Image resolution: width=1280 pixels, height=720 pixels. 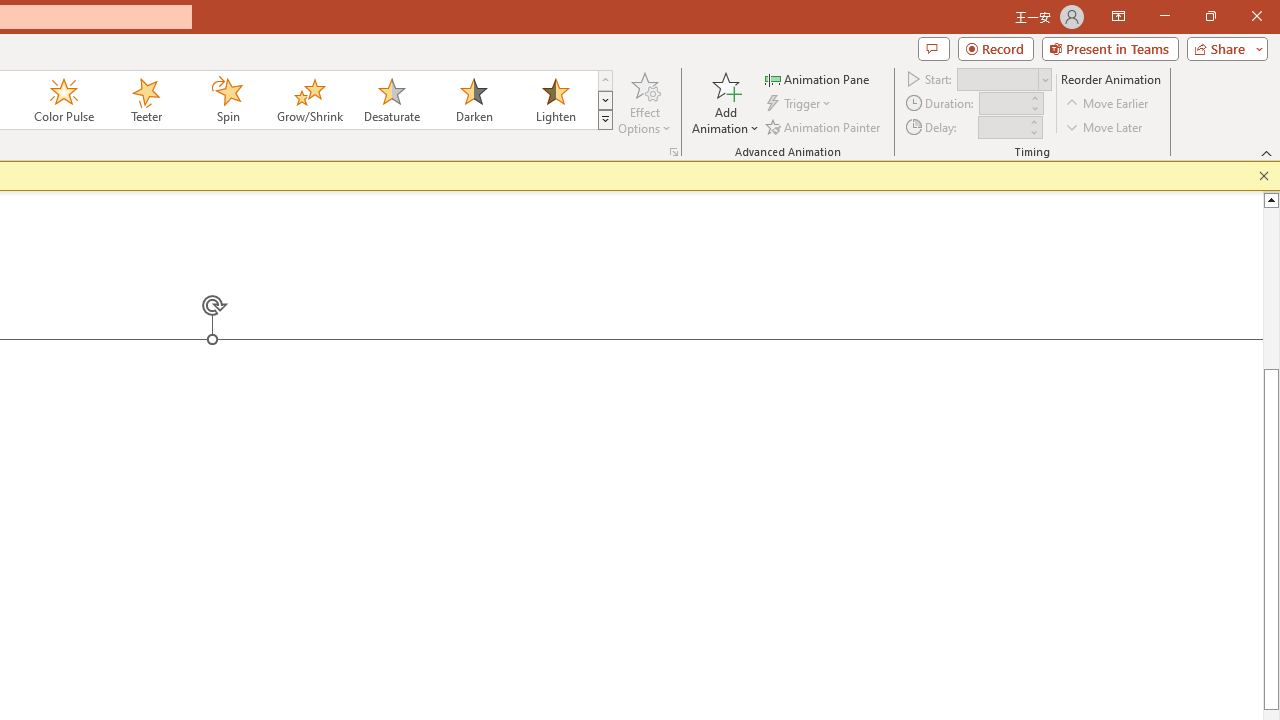 I want to click on 'Teeter', so click(x=144, y=100).